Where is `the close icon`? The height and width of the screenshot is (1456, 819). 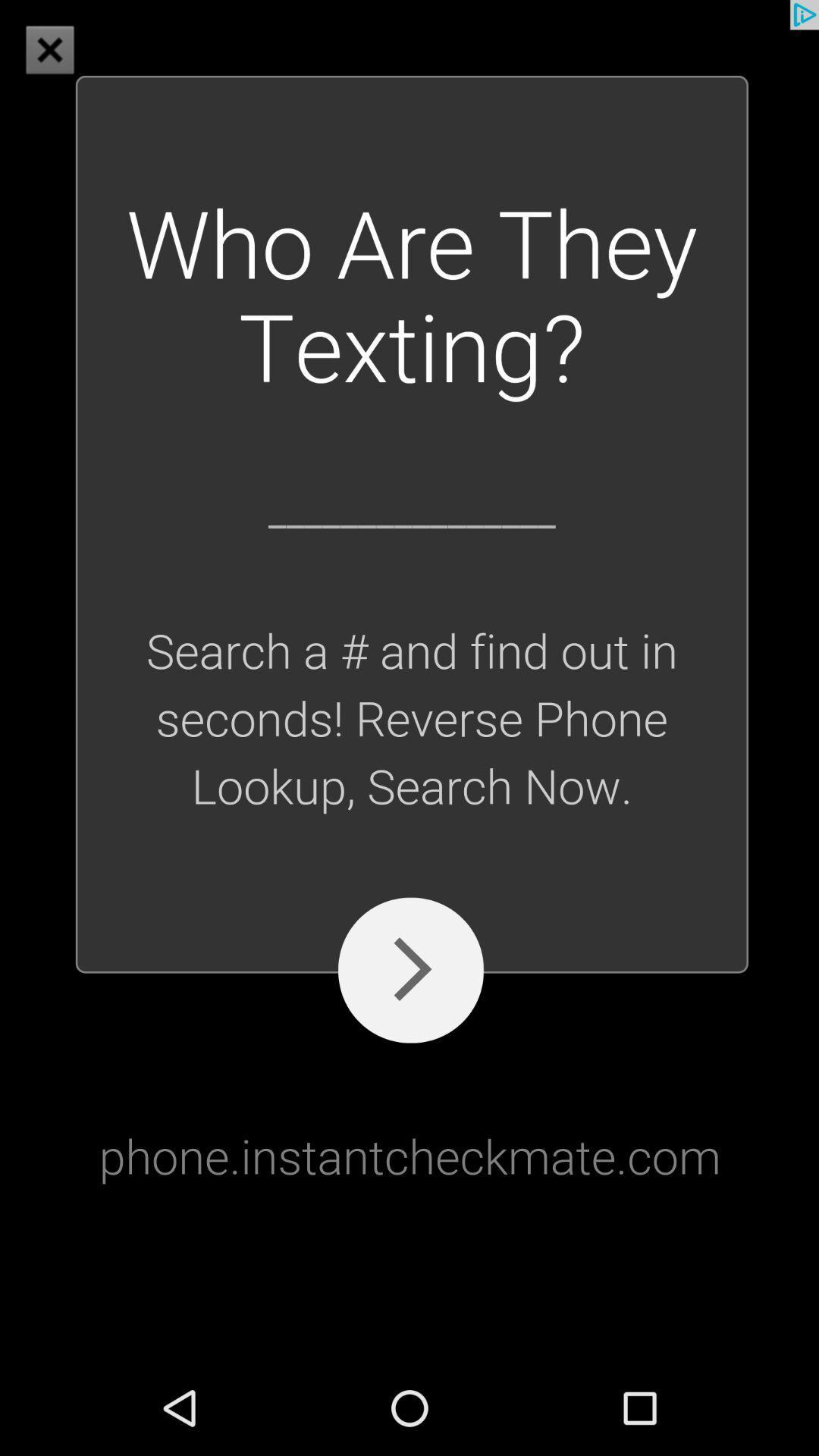
the close icon is located at coordinates (49, 53).